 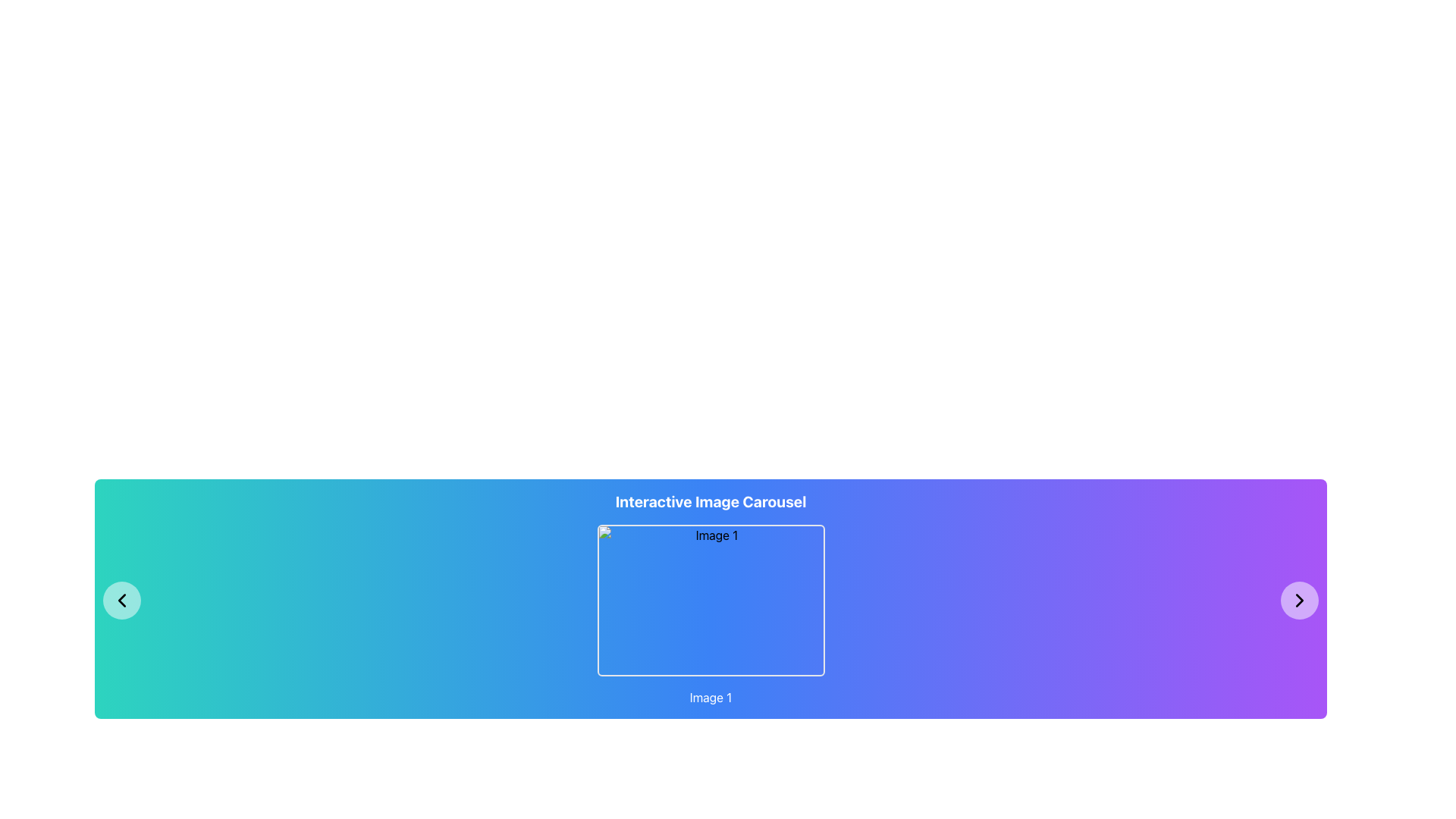 What do you see at coordinates (710, 698) in the screenshot?
I see `the text label located at the bottom of the central banner, which provides a description for the image above it` at bounding box center [710, 698].